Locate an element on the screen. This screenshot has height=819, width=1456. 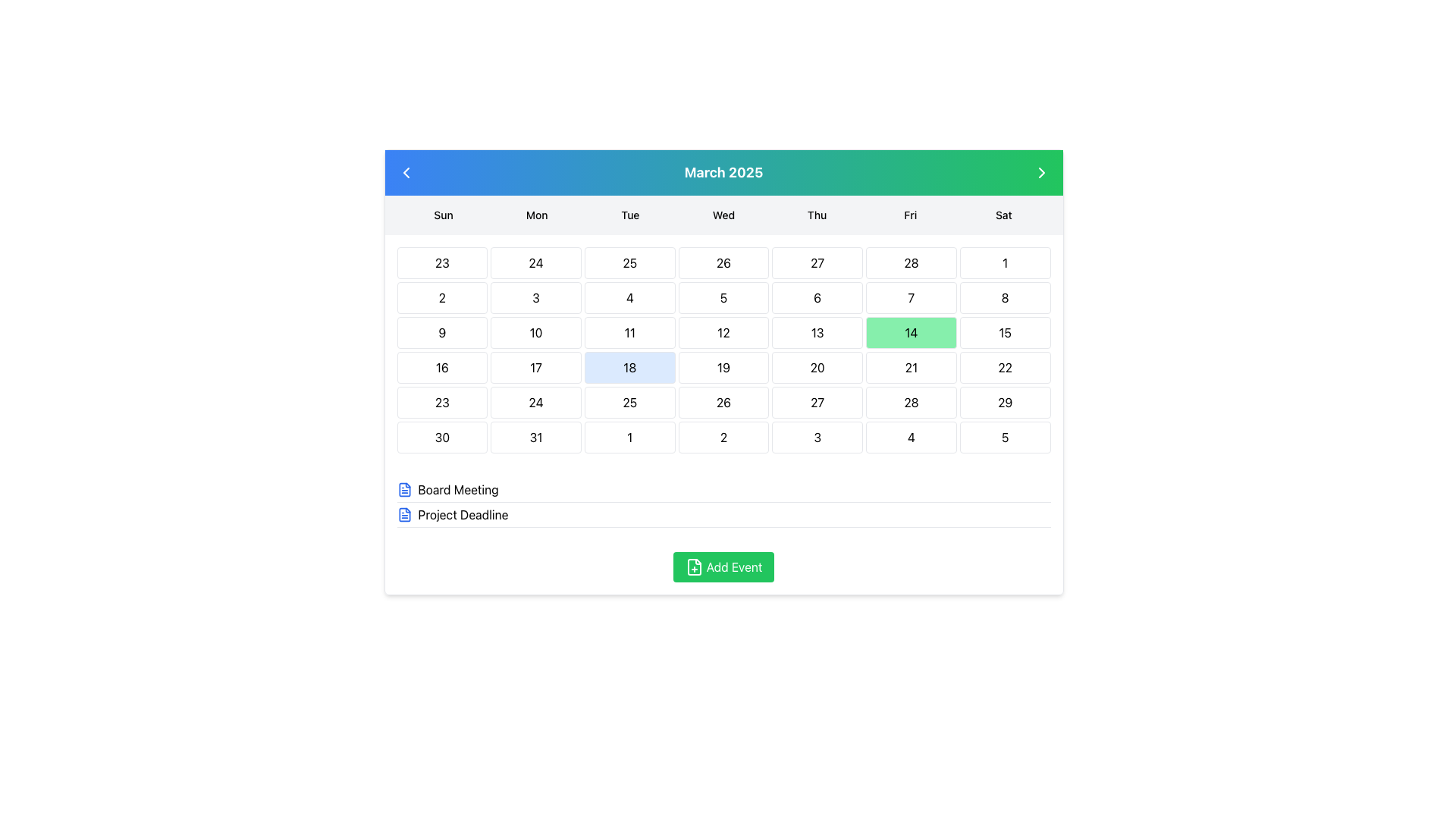
the calendar date cell representing the date '4' is located at coordinates (910, 438).